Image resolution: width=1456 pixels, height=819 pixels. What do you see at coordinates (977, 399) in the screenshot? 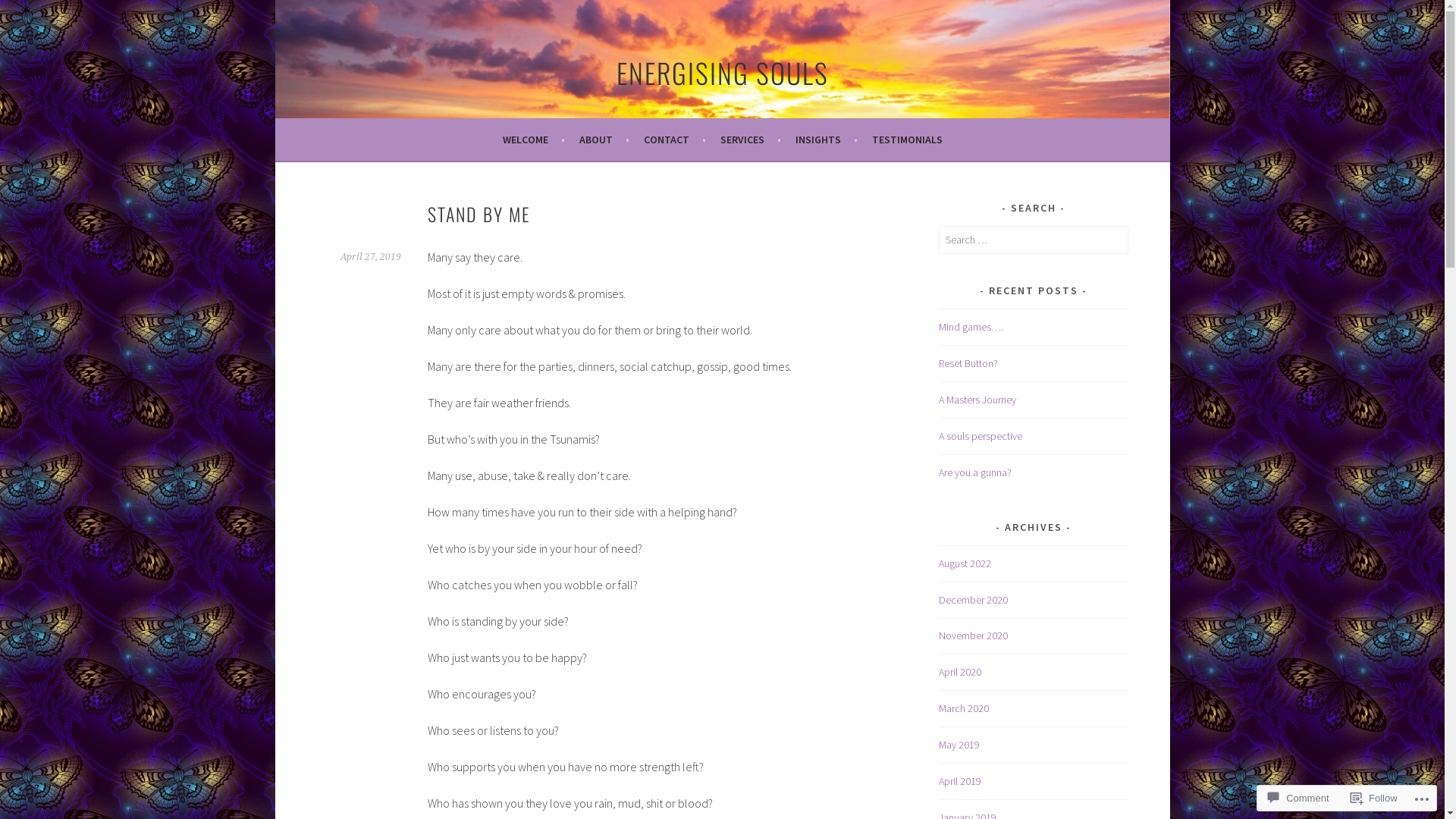
I see `'A Masters Journey'` at bounding box center [977, 399].